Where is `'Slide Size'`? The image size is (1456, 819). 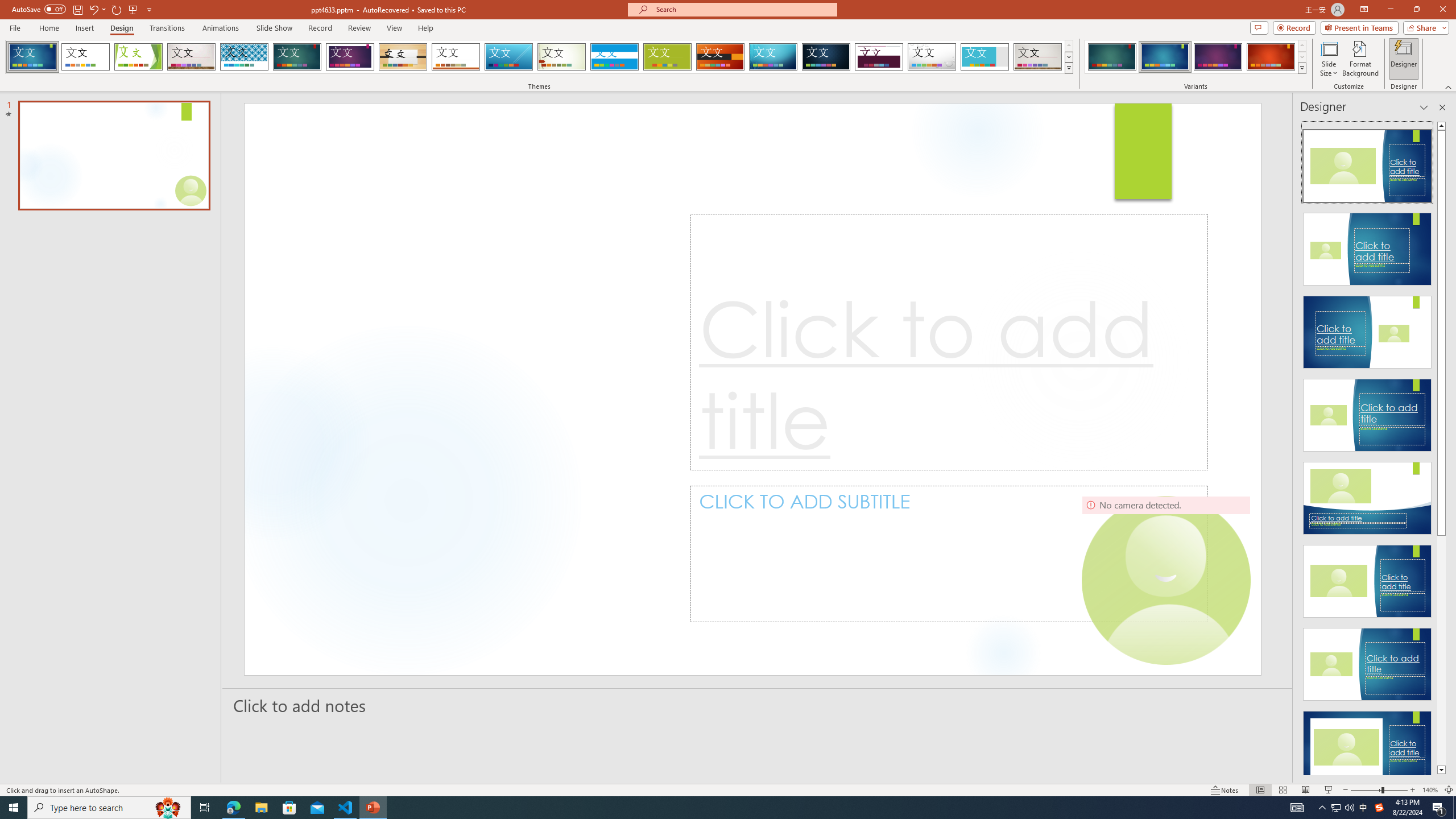
'Slide Size' is located at coordinates (1329, 59).